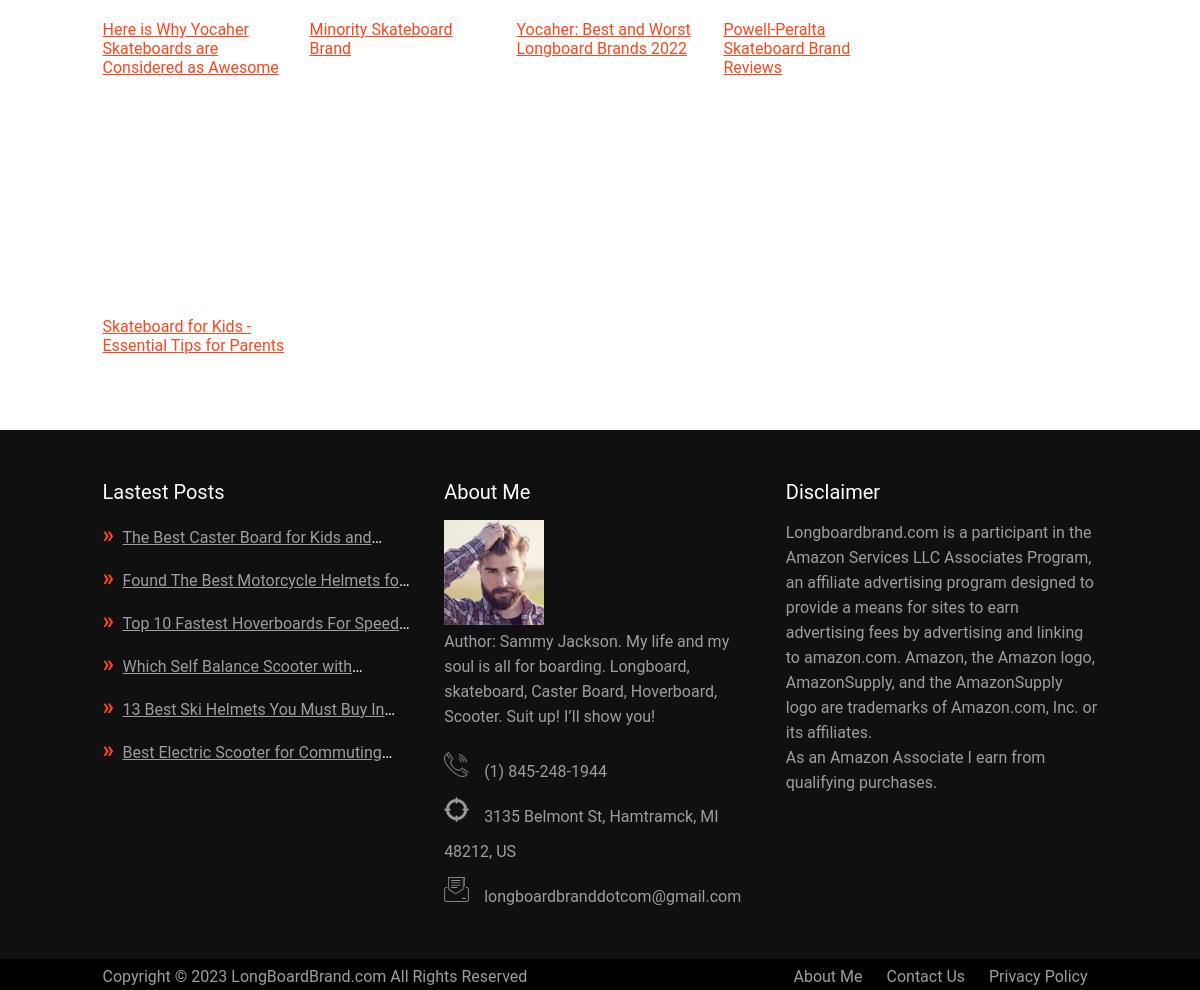 The width and height of the screenshot is (1200, 990). I want to click on 'Which Self Balance Scooter with Bluetooth Is the Best in 2023?', so click(226, 683).